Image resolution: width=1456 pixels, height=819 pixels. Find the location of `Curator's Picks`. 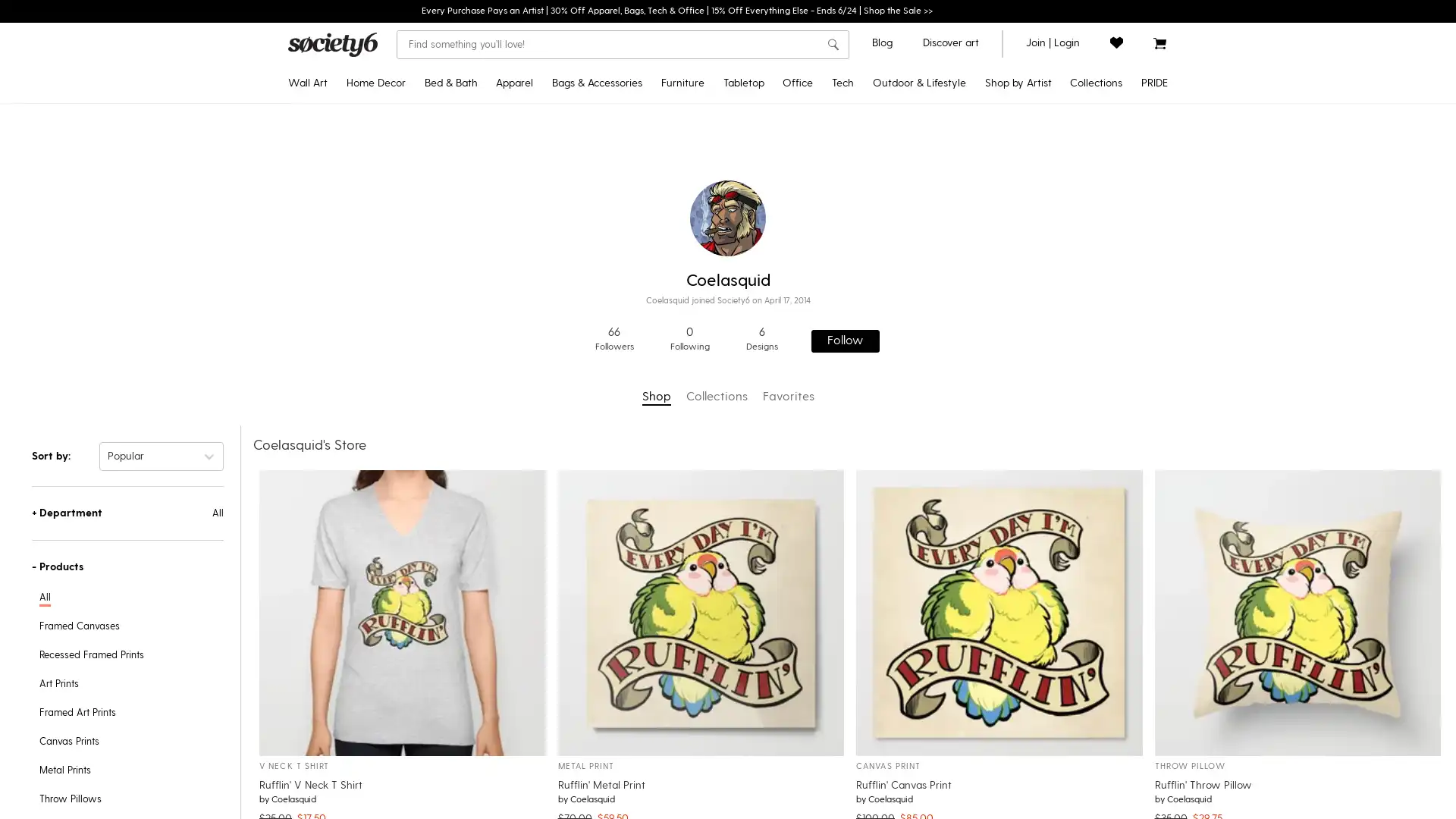

Curator's Picks is located at coordinates (977, 366).